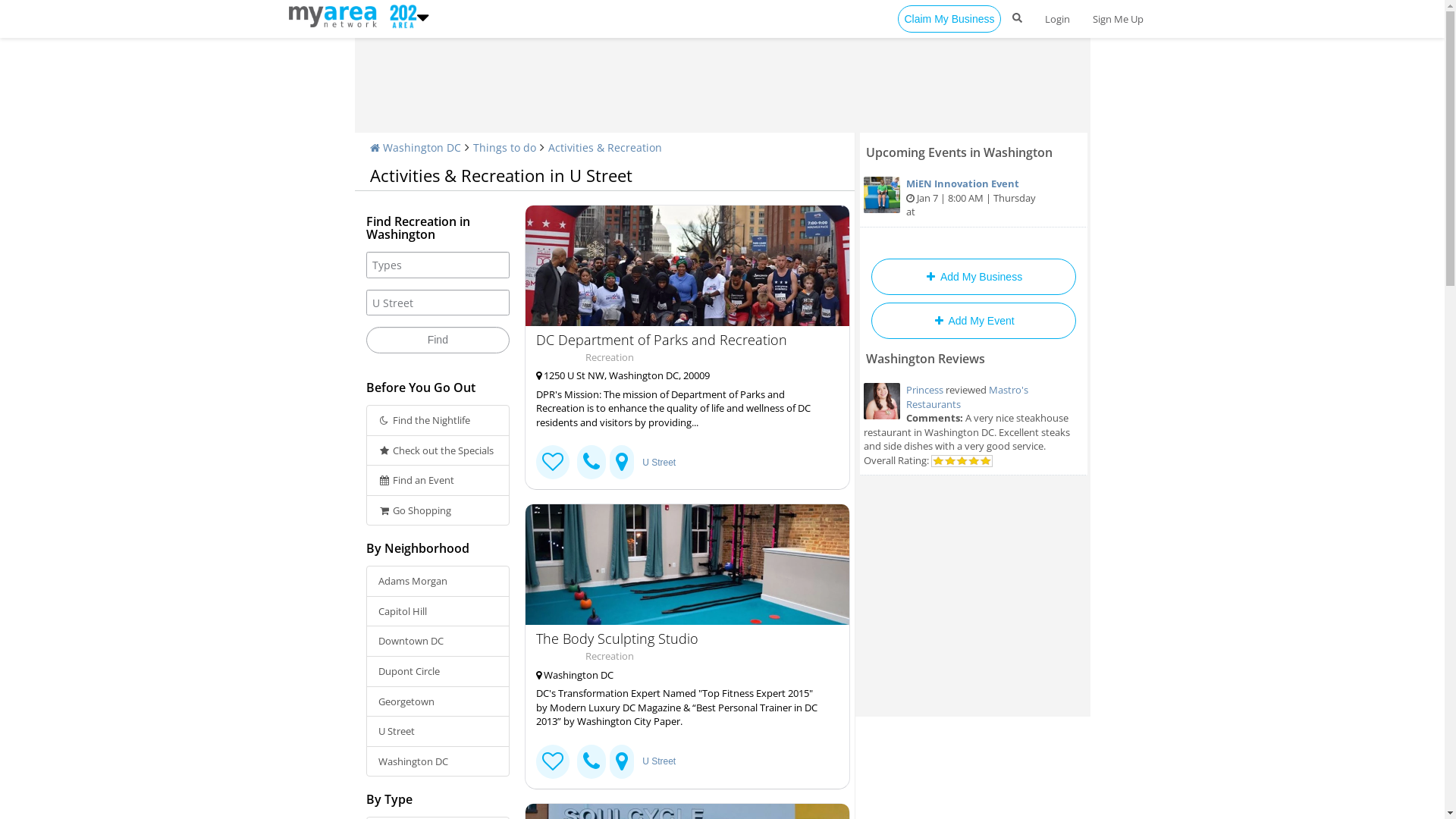 This screenshot has width=1456, height=819. Describe the element at coordinates (365, 580) in the screenshot. I see `'Adams Morgan'` at that location.